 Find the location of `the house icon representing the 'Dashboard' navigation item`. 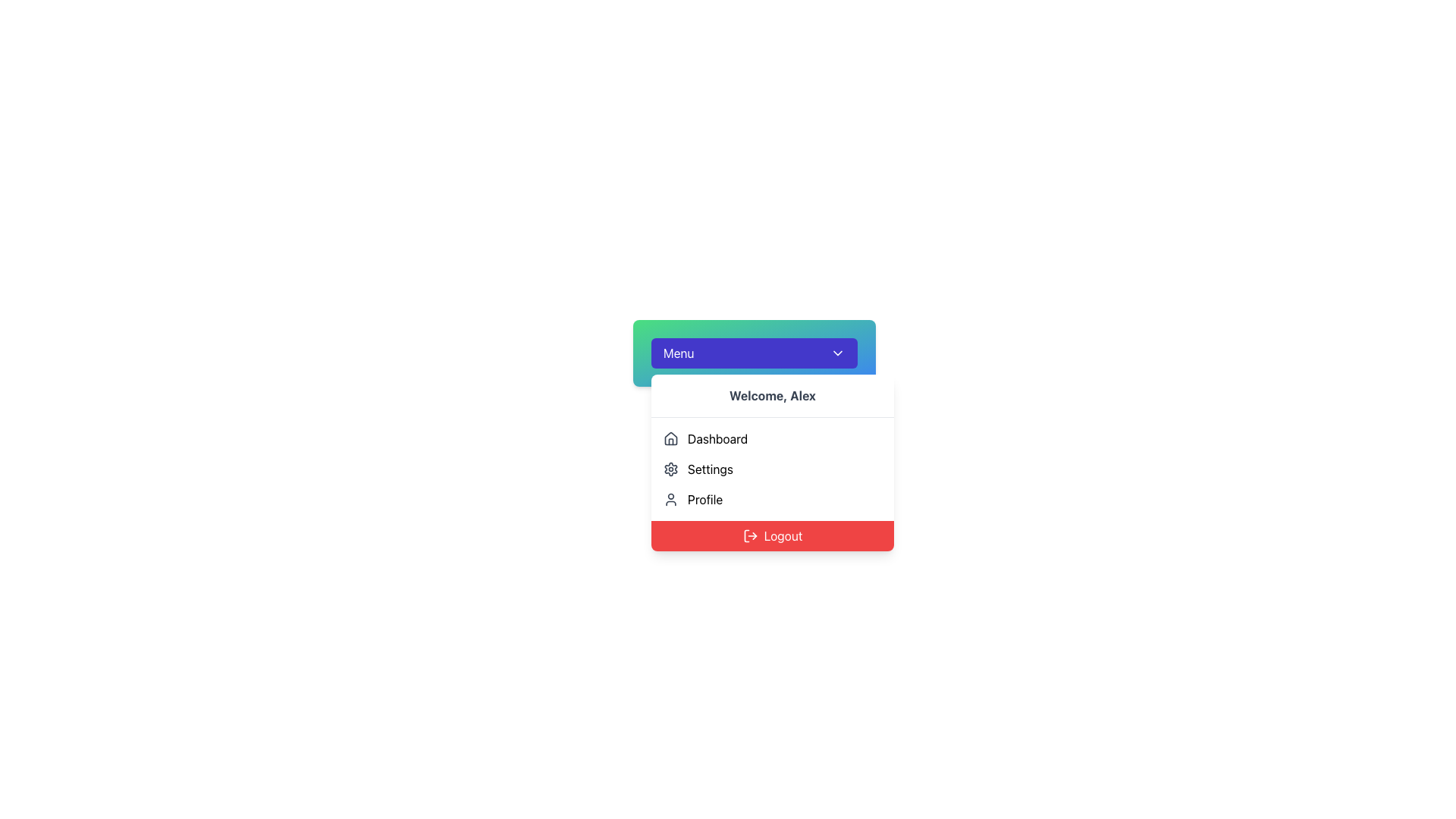

the house icon representing the 'Dashboard' navigation item is located at coordinates (670, 438).